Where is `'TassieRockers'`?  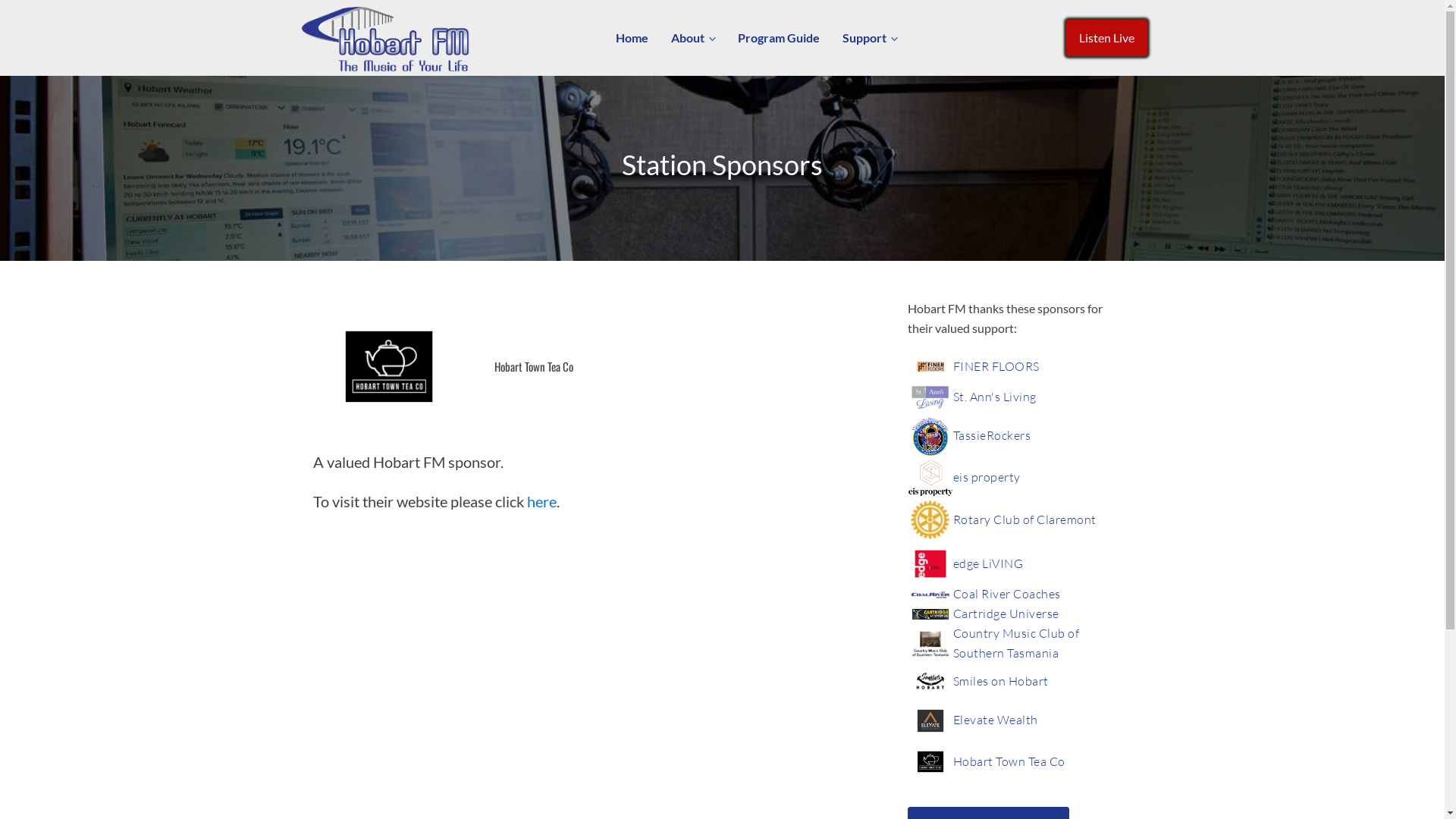 'TassieRockers' is located at coordinates (952, 435).